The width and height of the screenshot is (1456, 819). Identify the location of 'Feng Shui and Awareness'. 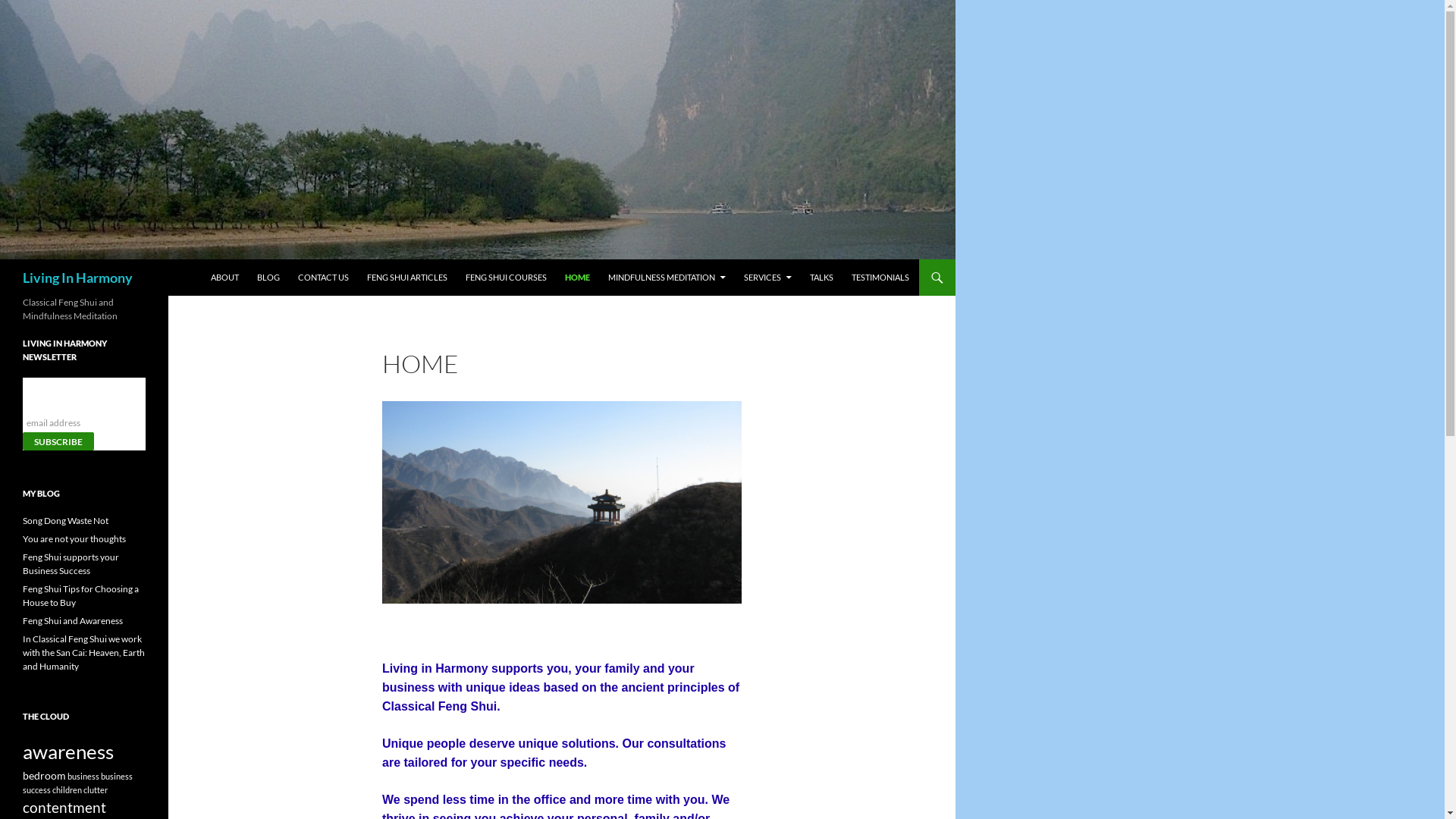
(72, 620).